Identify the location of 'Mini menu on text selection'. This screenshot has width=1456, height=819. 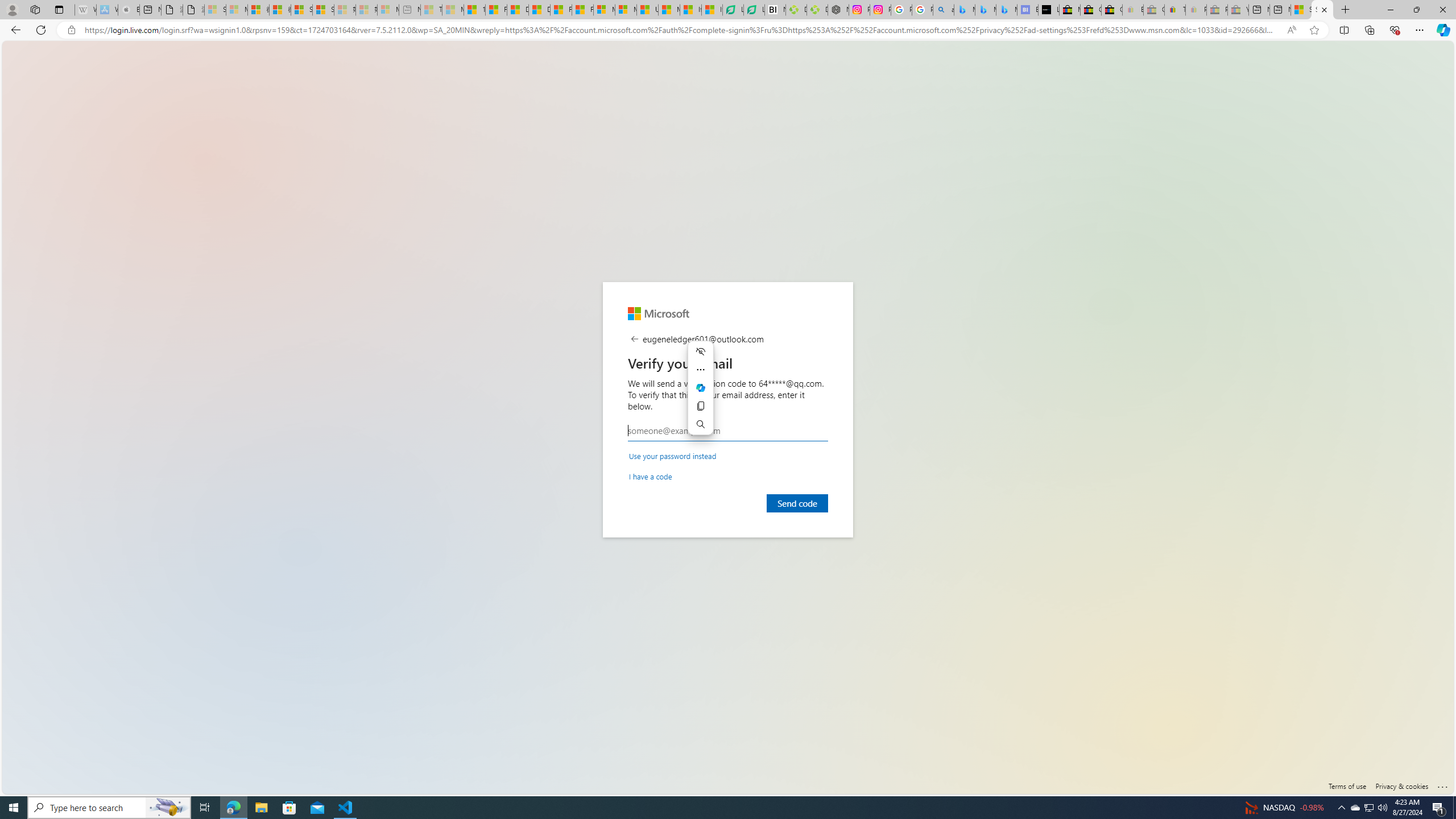
(700, 387).